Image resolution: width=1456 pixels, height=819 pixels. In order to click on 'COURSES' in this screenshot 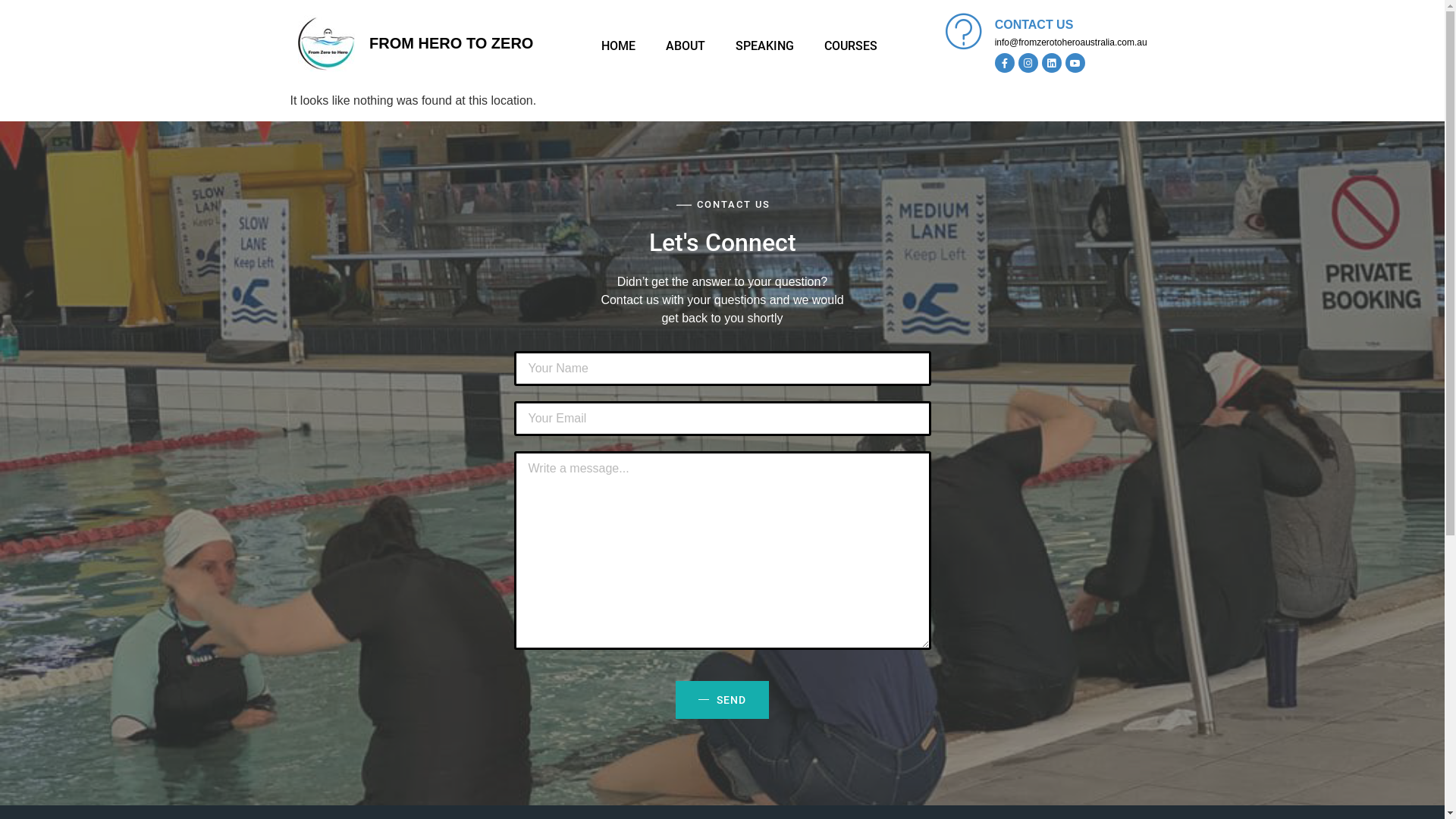, I will do `click(850, 45)`.